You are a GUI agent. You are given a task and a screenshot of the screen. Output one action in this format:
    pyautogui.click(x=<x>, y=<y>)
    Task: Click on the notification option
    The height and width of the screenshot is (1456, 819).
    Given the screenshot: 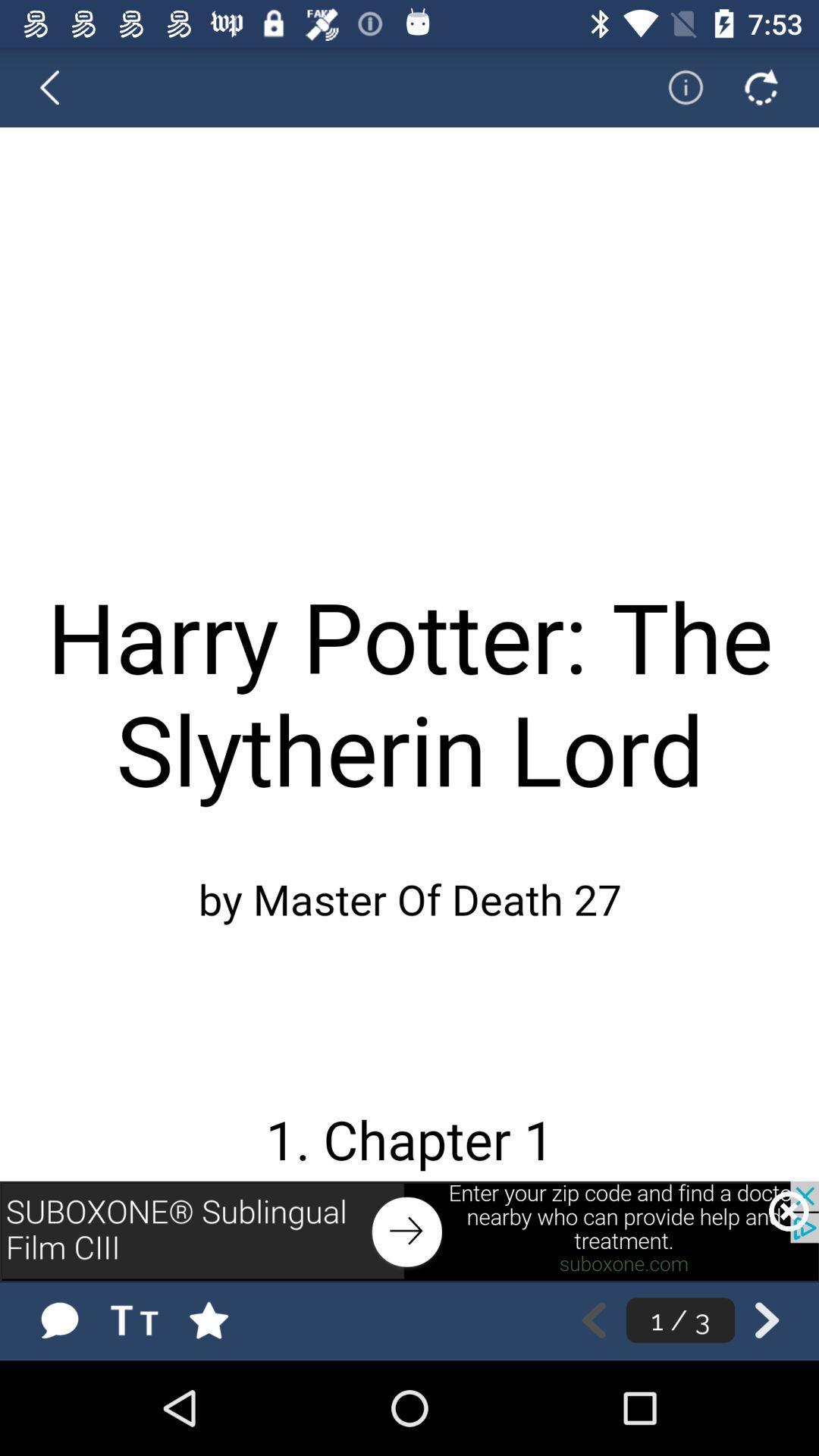 What is the action you would take?
    pyautogui.click(x=675, y=86)
    